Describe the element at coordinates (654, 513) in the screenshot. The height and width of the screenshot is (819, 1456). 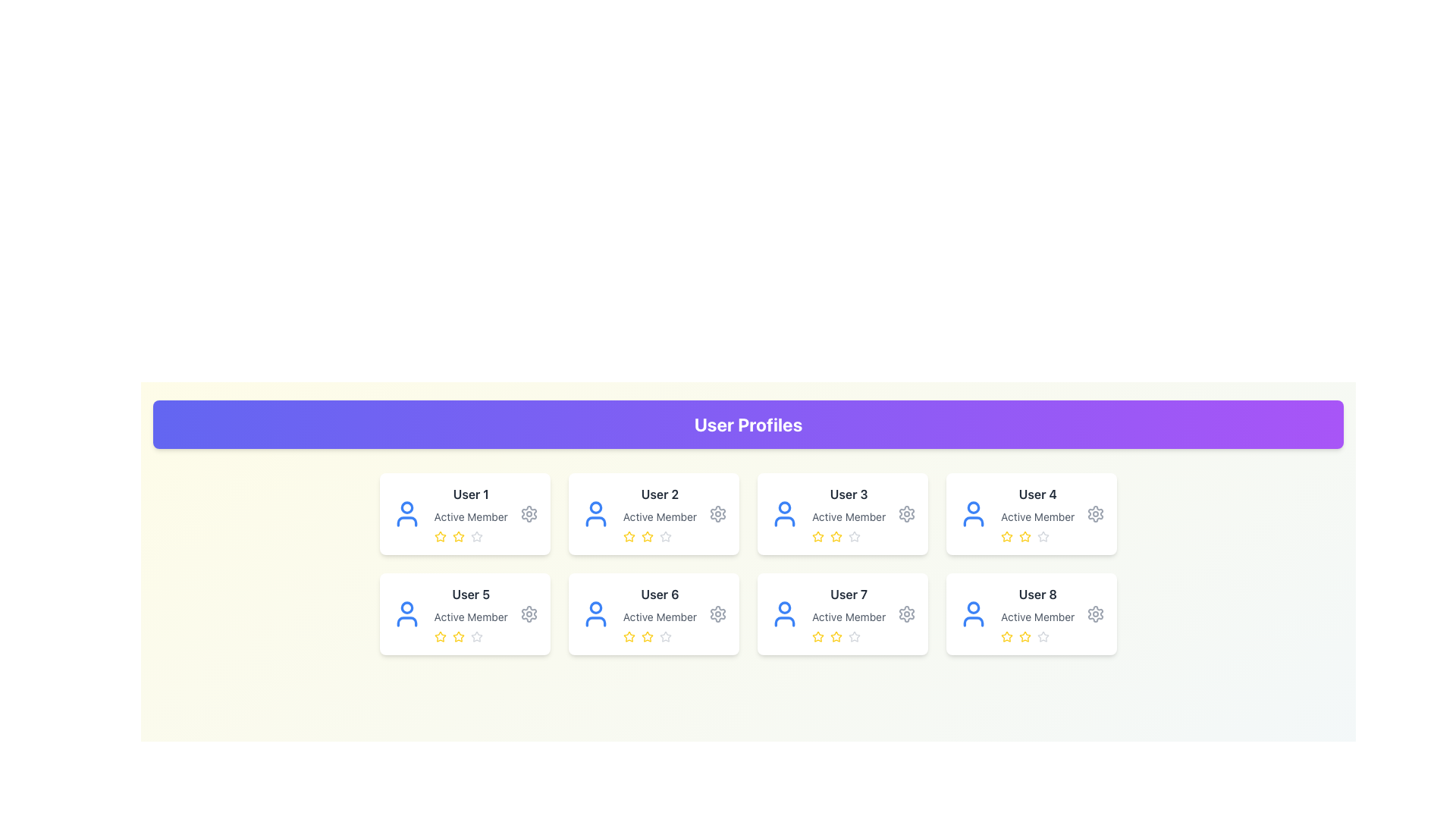
I see `the star rating icons in the user profile card for 'User 2' to change the rating` at that location.